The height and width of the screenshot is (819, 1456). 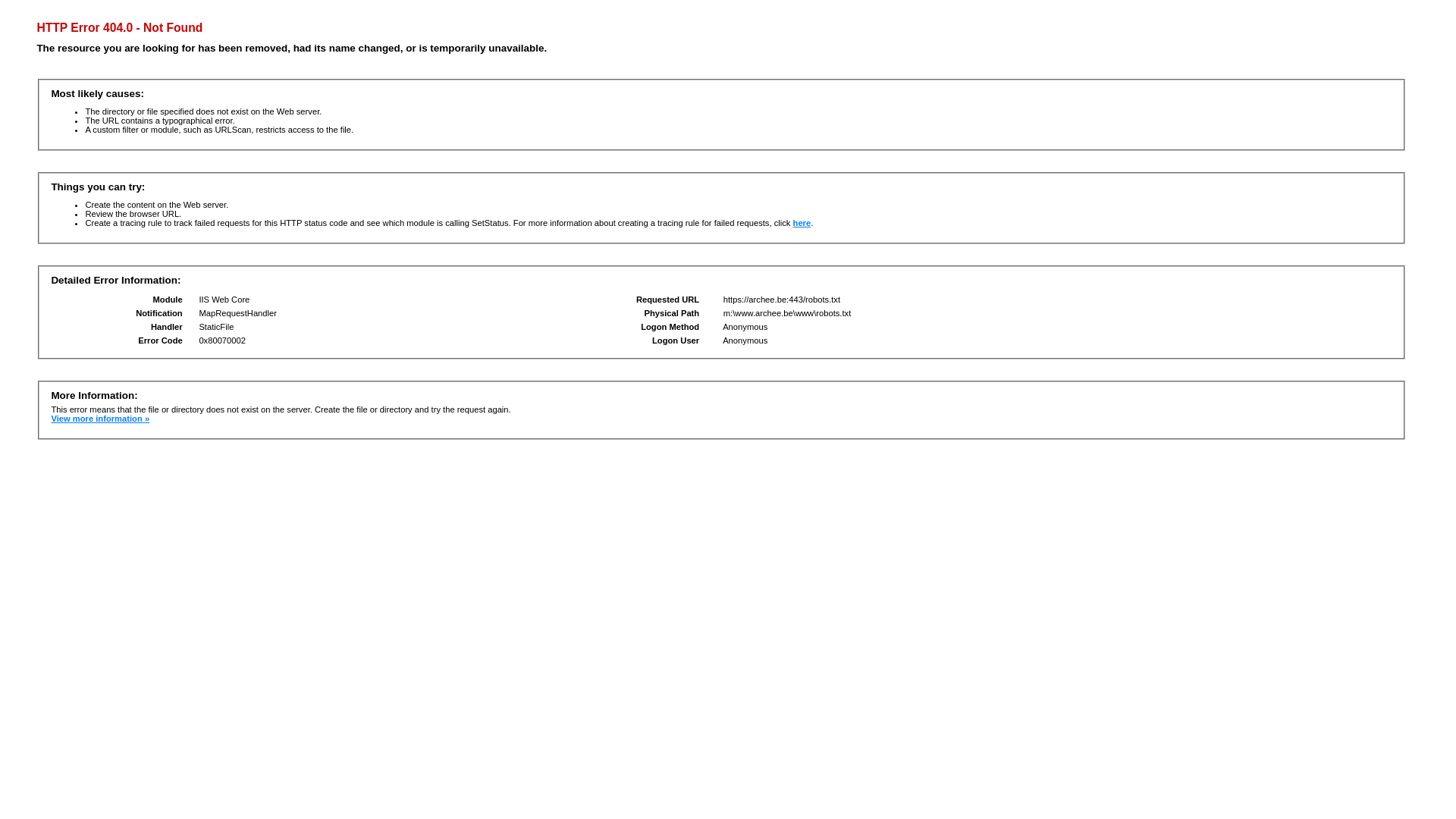 What do you see at coordinates (792, 222) in the screenshot?
I see `'here'` at bounding box center [792, 222].